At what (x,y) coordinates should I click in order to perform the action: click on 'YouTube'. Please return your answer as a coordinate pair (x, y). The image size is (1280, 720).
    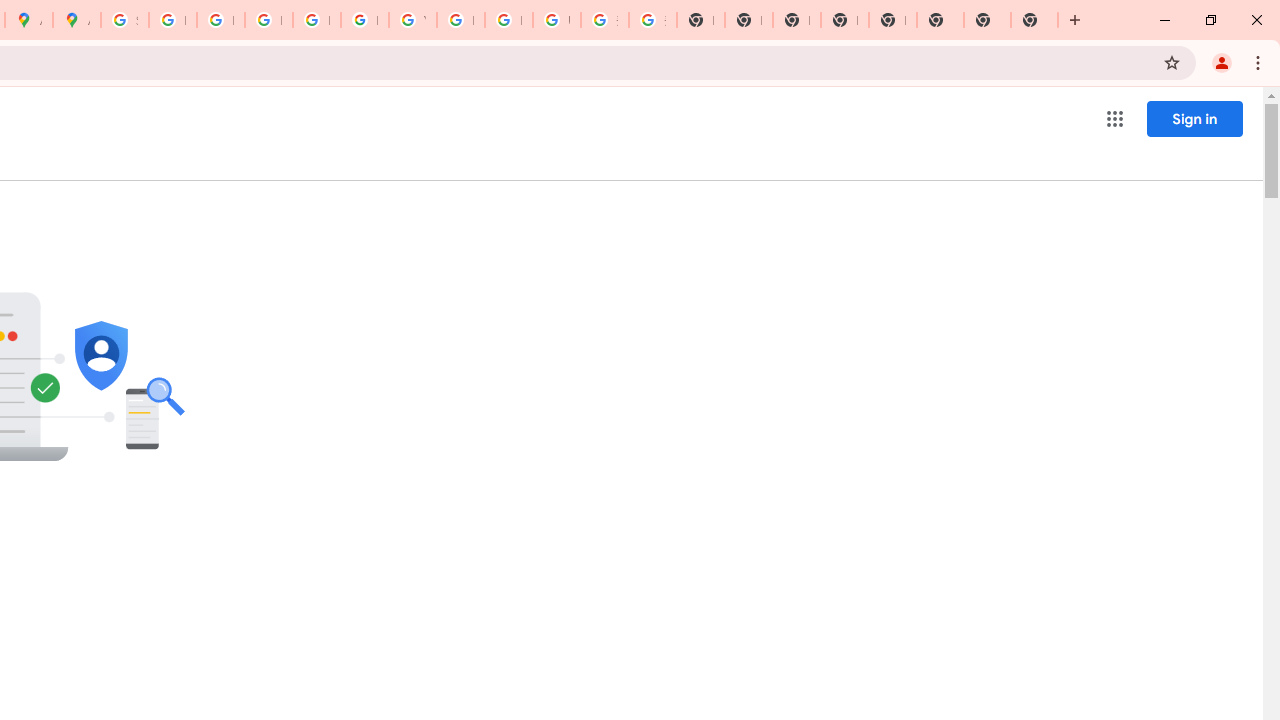
    Looking at the image, I should click on (411, 20).